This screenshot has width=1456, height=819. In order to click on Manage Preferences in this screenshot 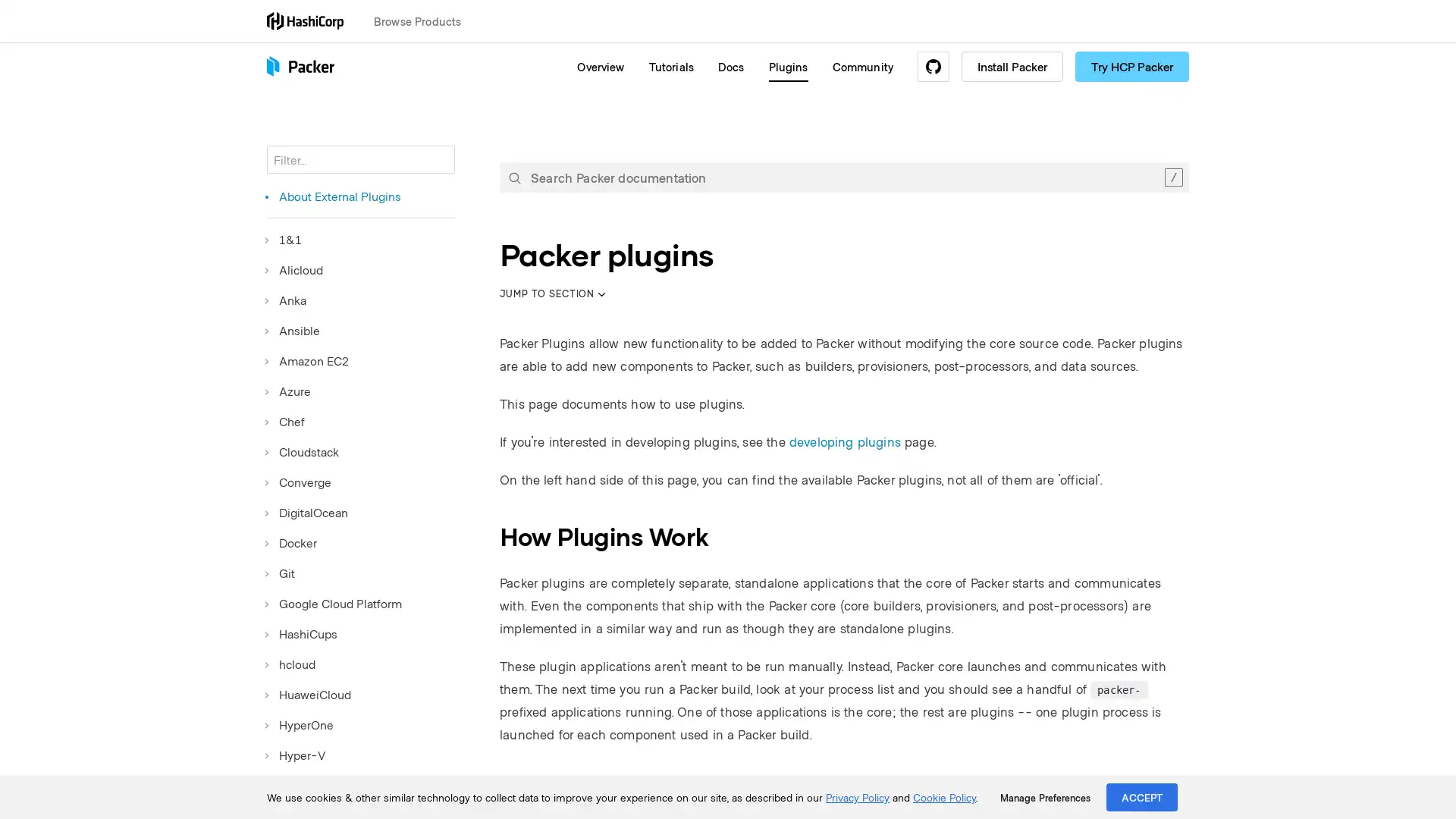, I will do `click(1044, 797)`.